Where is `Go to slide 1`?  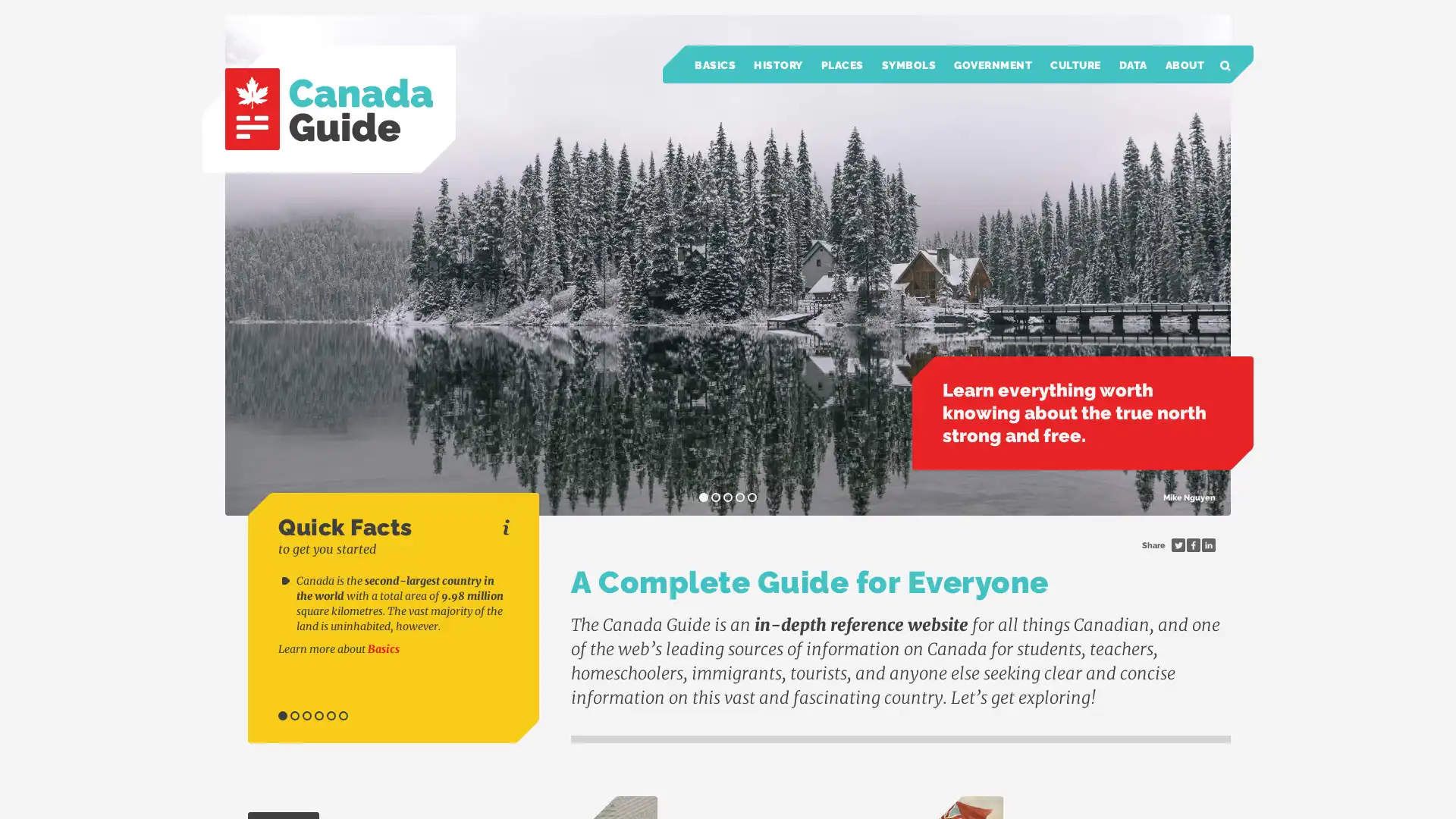
Go to slide 1 is located at coordinates (702, 497).